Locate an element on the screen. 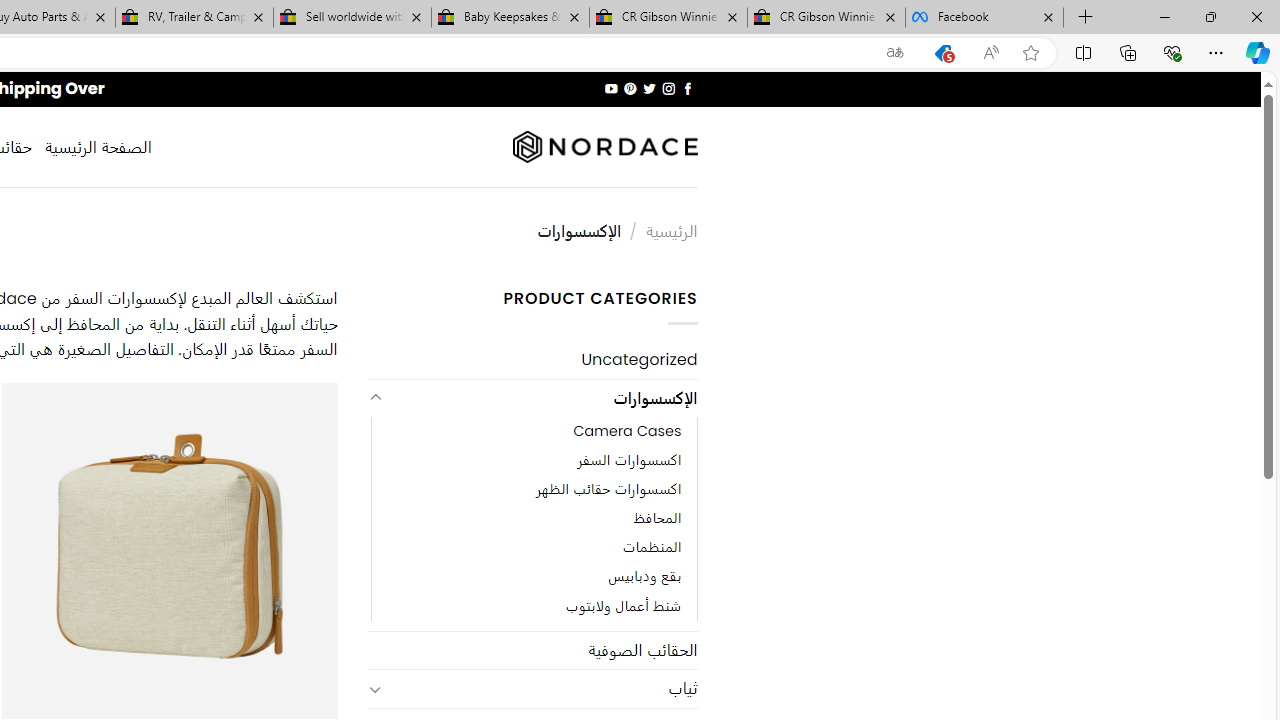 The image size is (1280, 720). 'Follow on Facebook' is located at coordinates (687, 88).